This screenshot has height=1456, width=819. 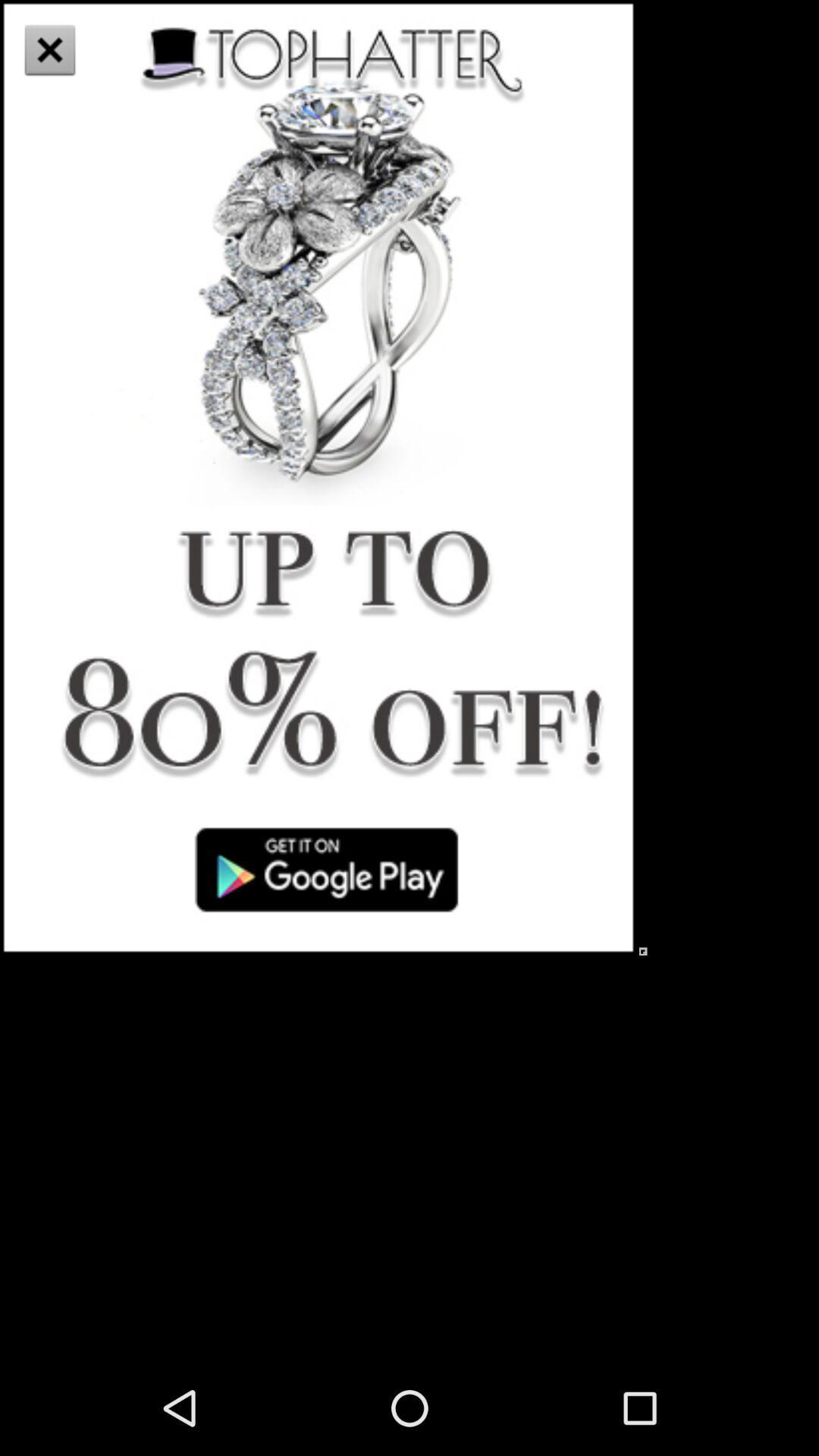 What do you see at coordinates (49, 53) in the screenshot?
I see `the close icon` at bounding box center [49, 53].